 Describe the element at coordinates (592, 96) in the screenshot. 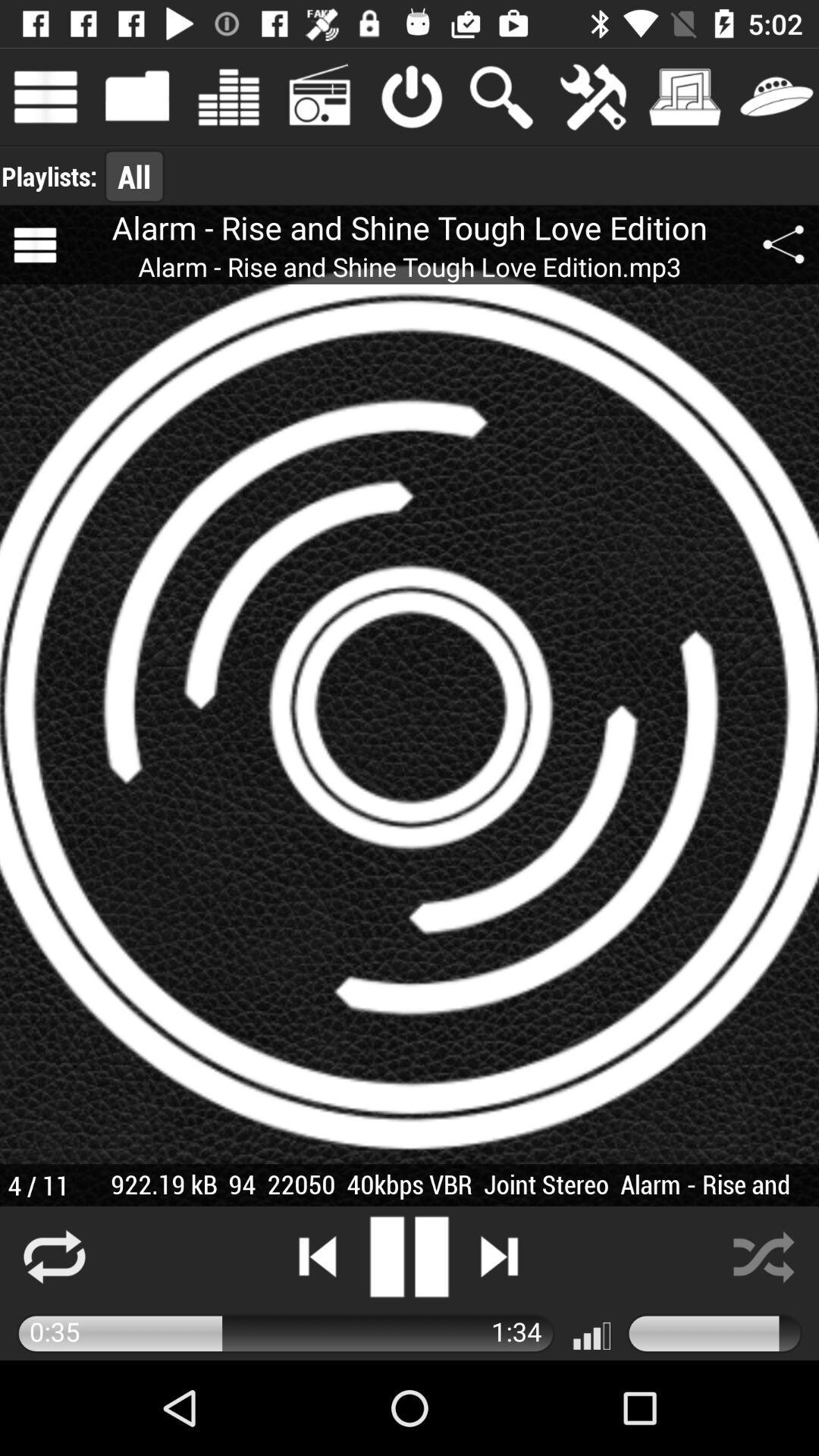

I see `the build icon` at that location.